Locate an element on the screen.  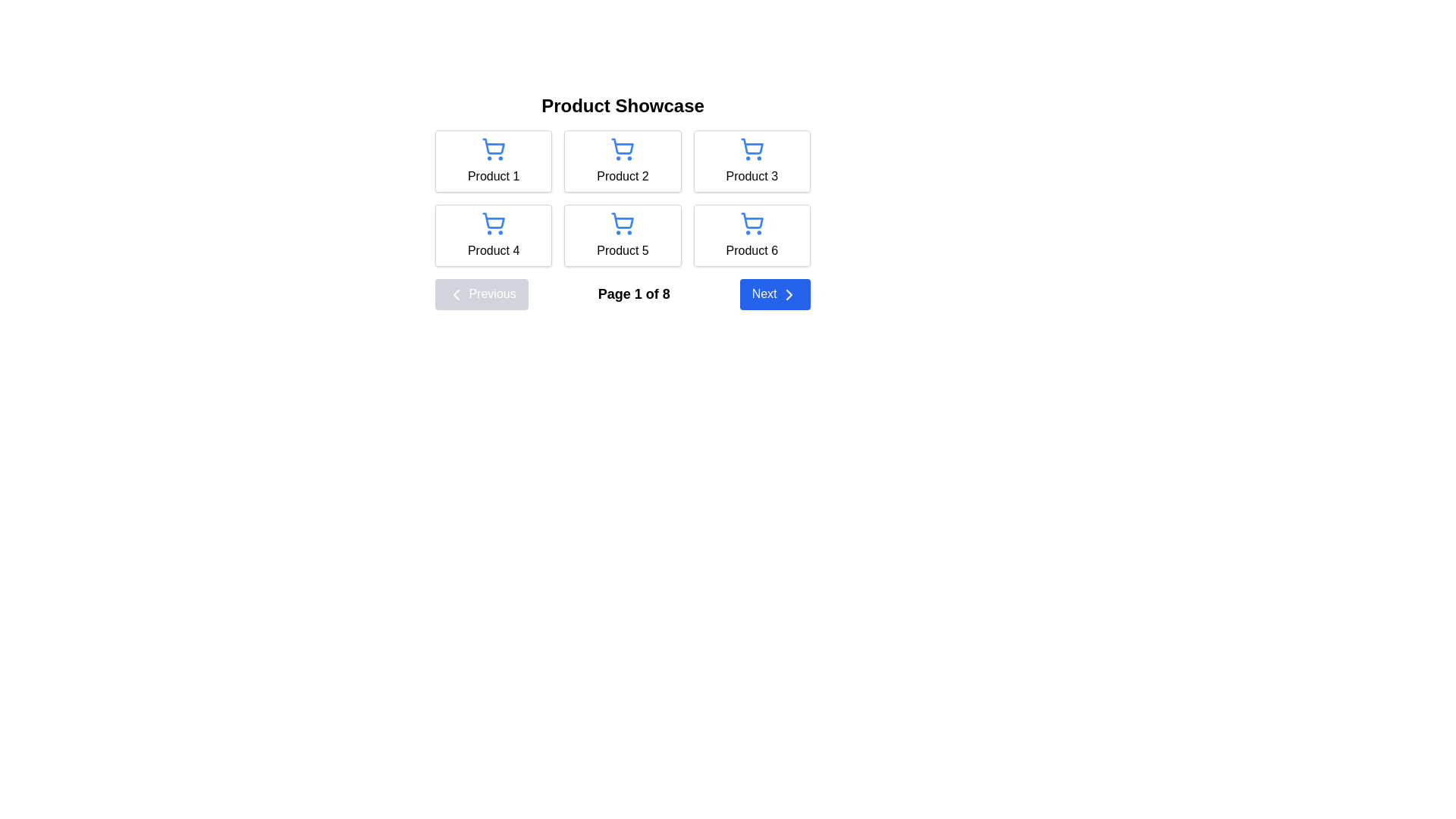
the style of the Right Chevron SVG icon located inside the 'Next' button at the bottom center of the layout, indicating forward navigation is located at coordinates (789, 294).